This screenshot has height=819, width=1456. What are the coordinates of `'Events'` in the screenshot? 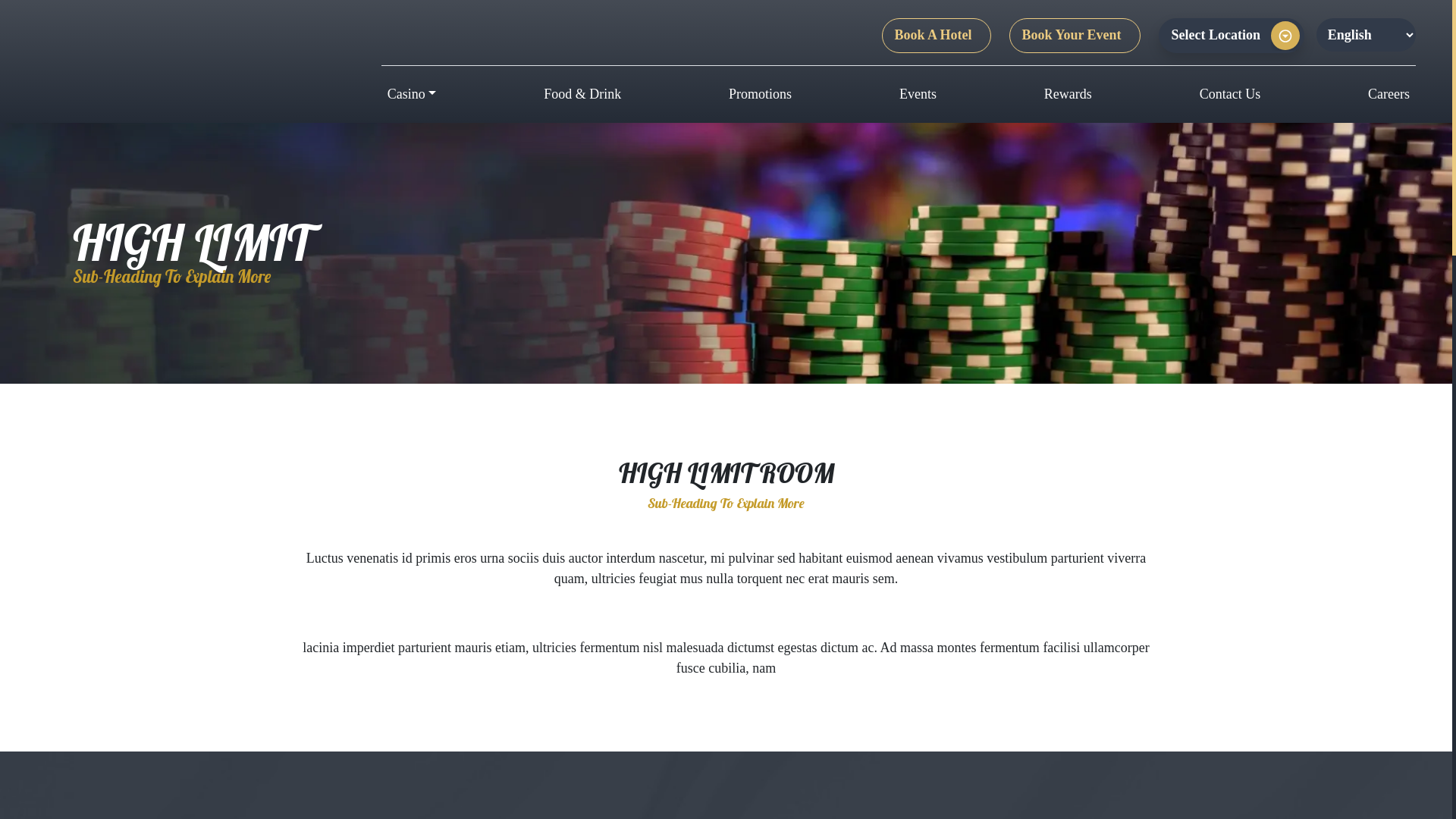 It's located at (917, 94).